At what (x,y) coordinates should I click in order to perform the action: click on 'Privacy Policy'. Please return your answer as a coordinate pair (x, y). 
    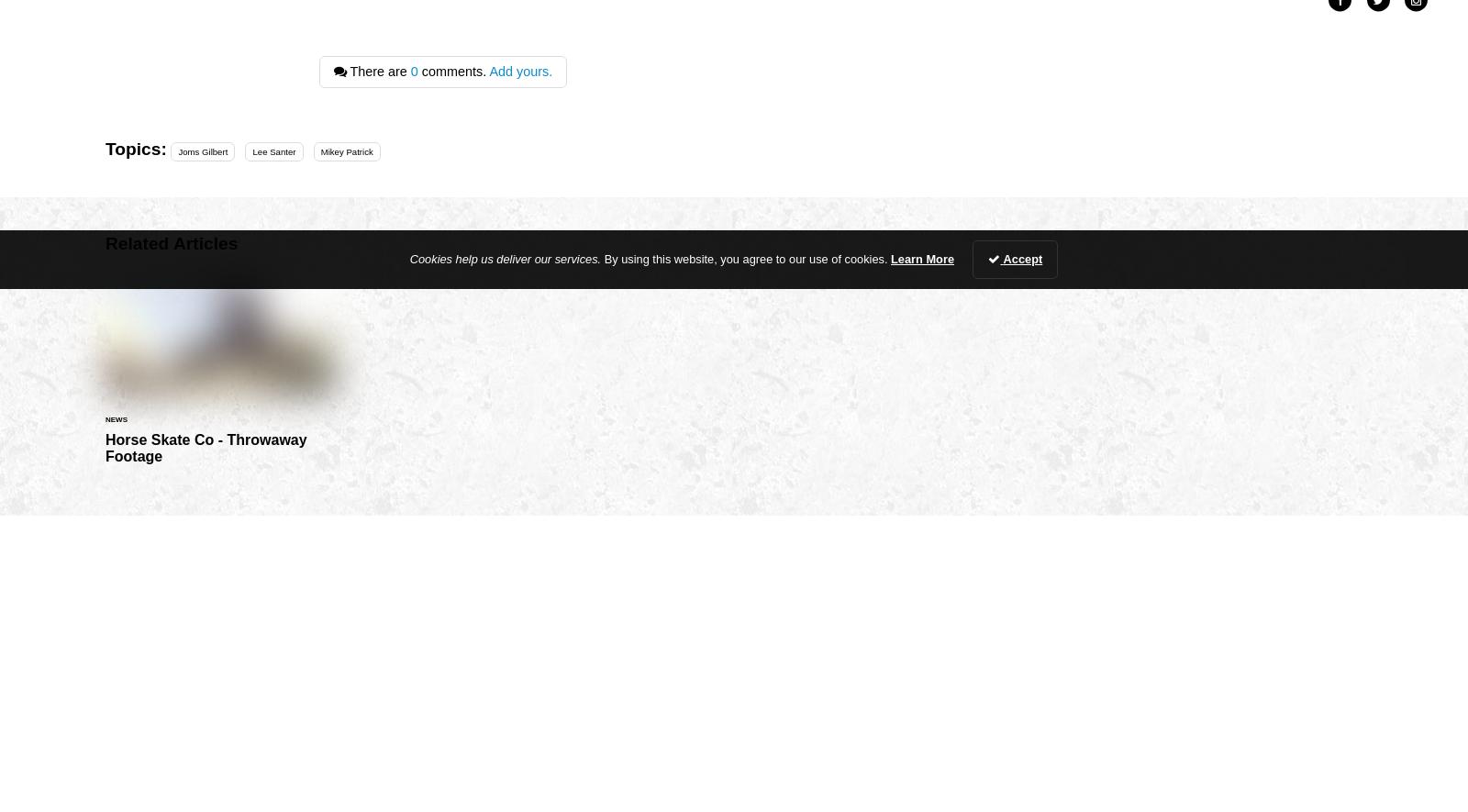
    Looking at the image, I should click on (594, 634).